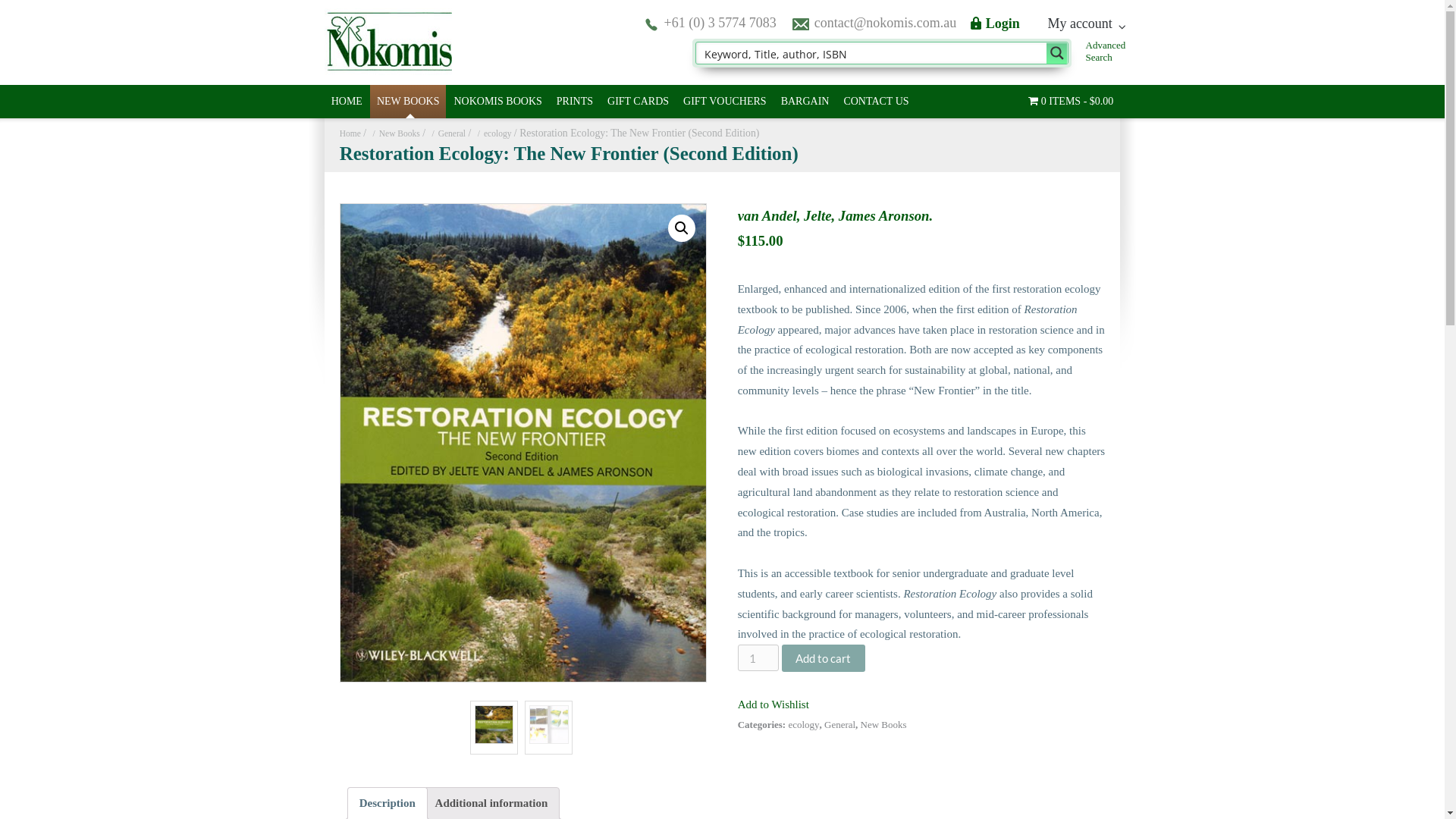 The image size is (1456, 819). Describe the element at coordinates (1106, 50) in the screenshot. I see `'Advanced Search'` at that location.